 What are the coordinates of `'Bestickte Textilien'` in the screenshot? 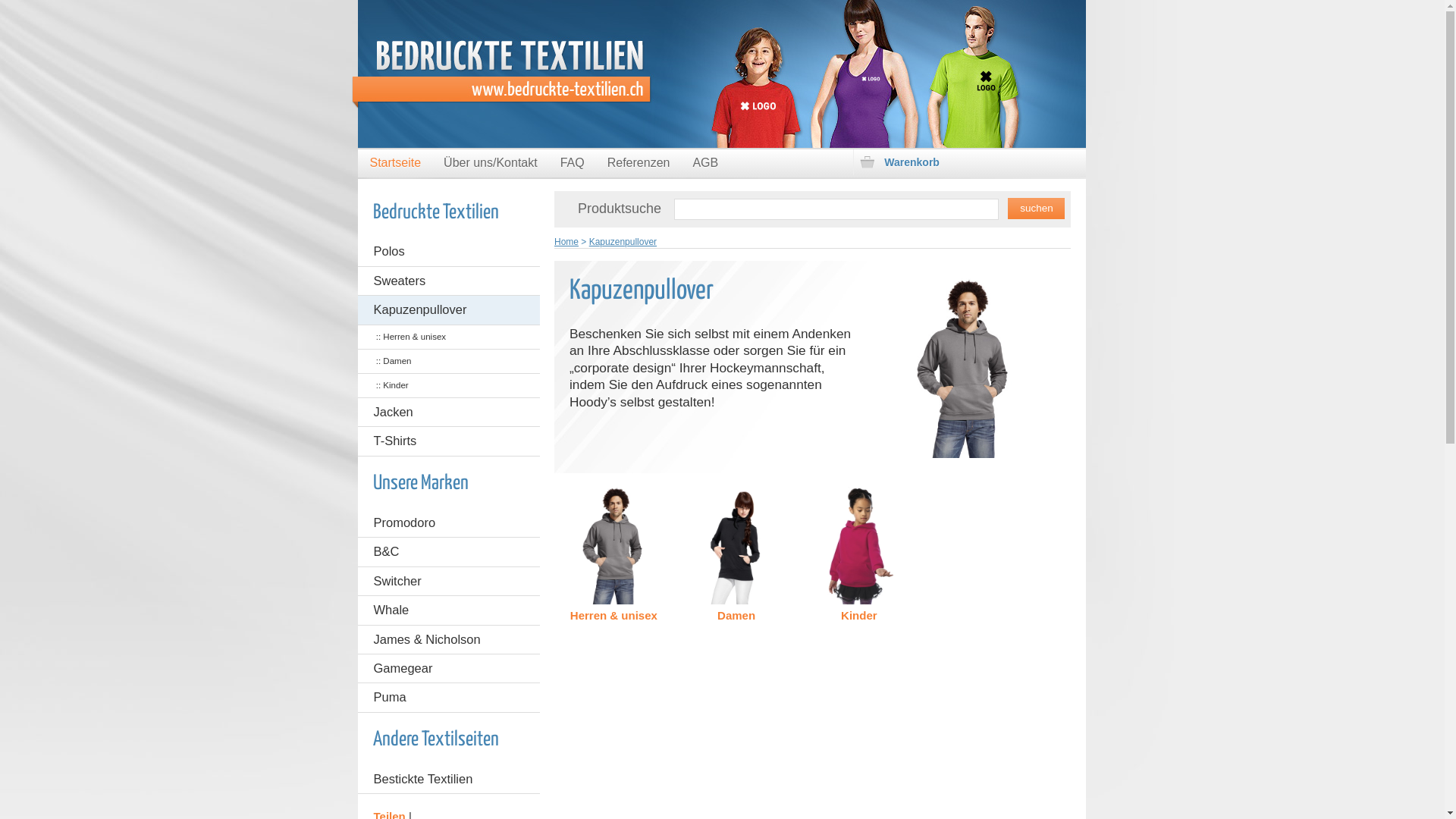 It's located at (447, 779).